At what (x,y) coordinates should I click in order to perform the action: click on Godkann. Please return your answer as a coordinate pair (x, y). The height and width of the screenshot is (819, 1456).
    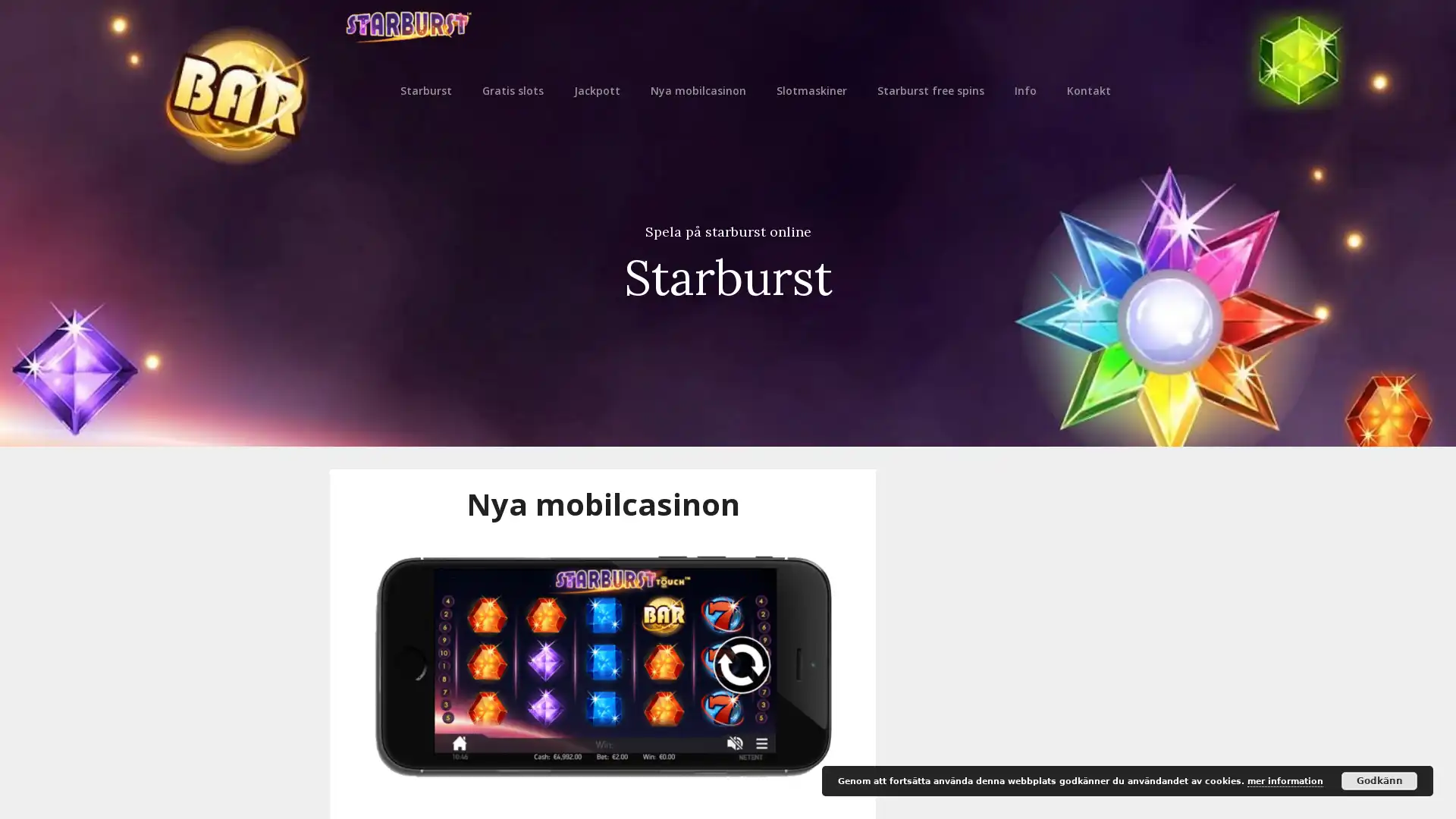
    Looking at the image, I should click on (1379, 780).